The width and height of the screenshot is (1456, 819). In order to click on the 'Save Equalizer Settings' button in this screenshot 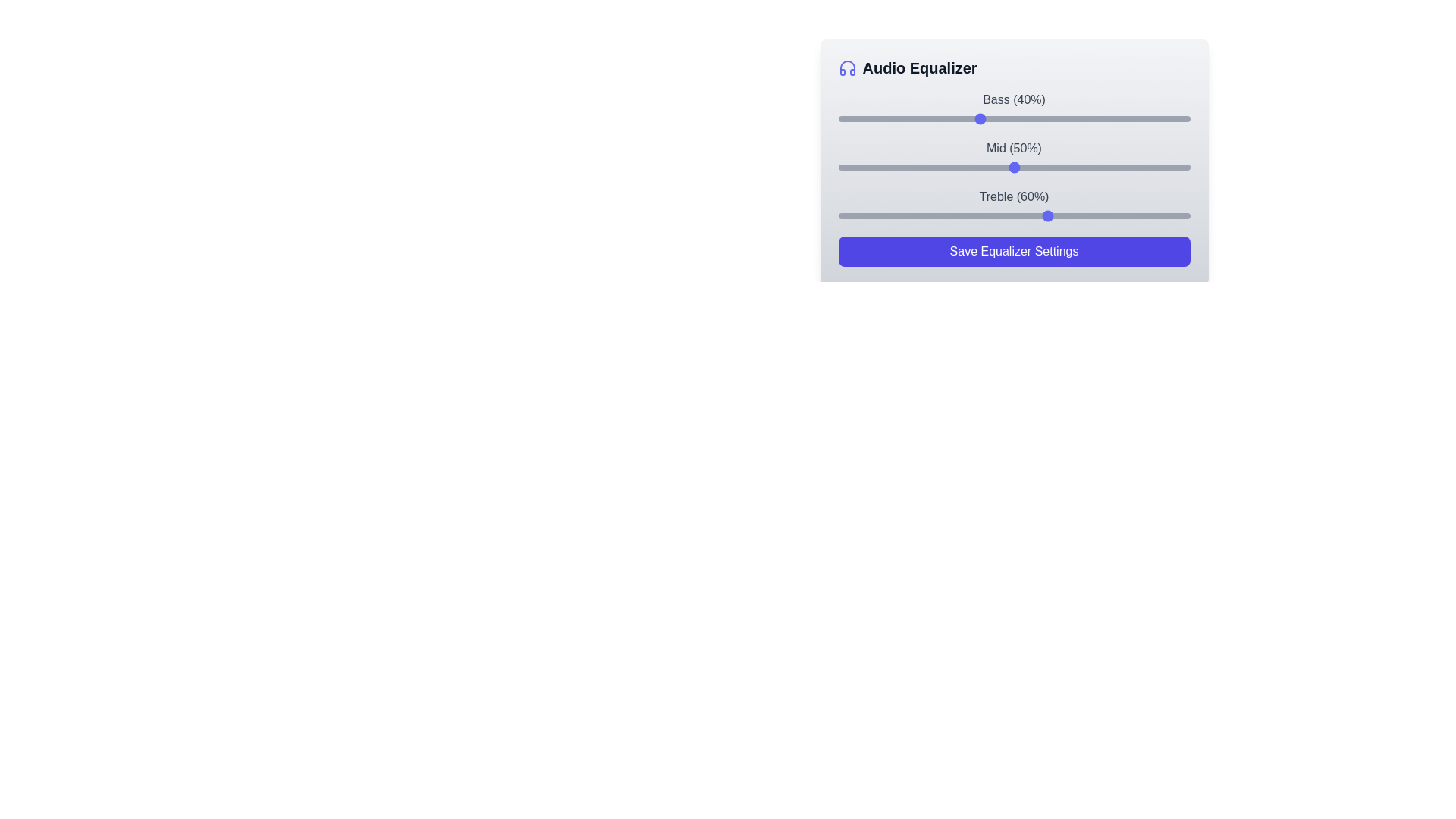, I will do `click(1014, 250)`.